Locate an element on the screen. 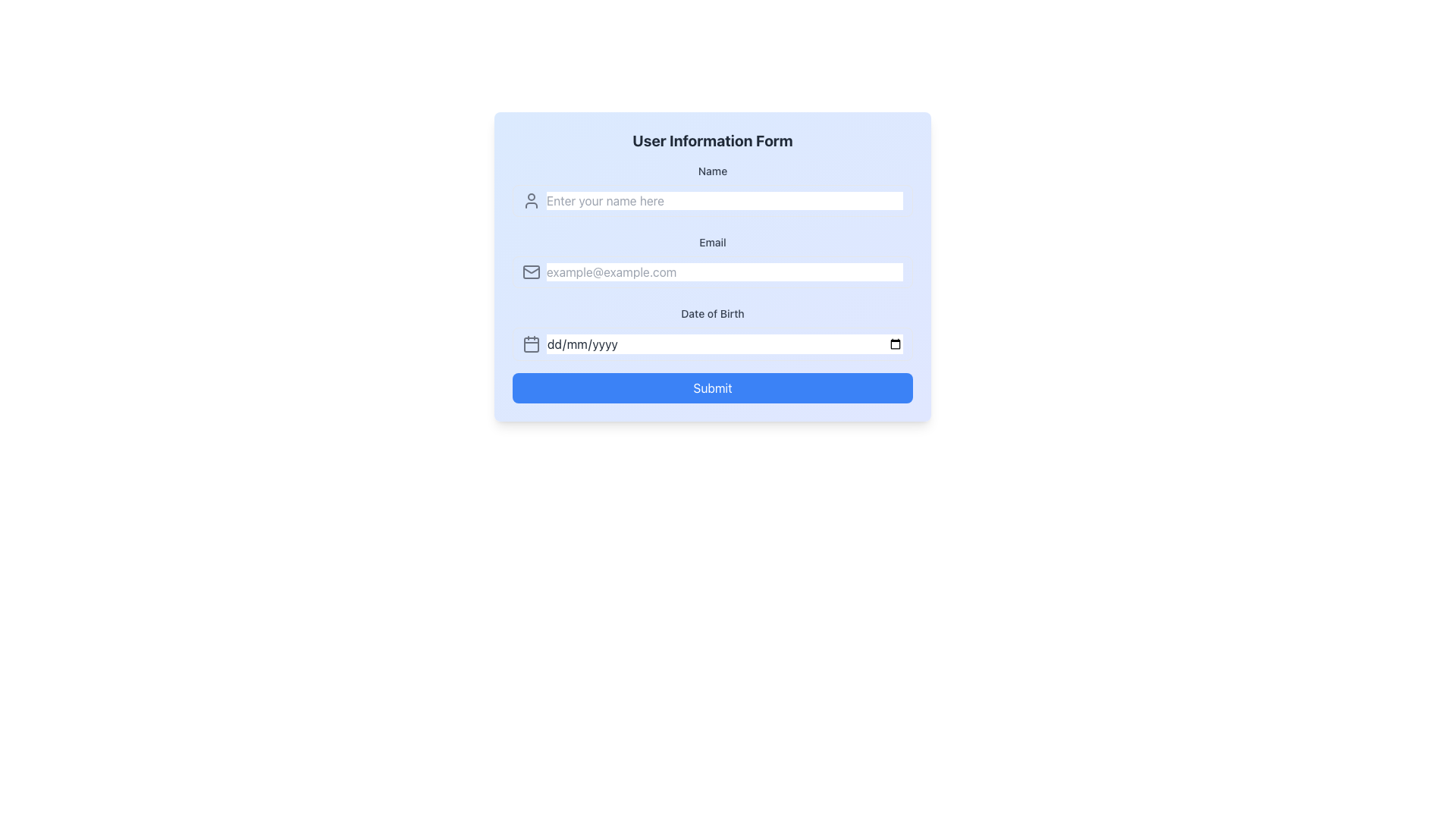  the descriptive label for the date of birth input field, which is located directly above the date input and below the 'Email' field in the form layout is located at coordinates (712, 312).